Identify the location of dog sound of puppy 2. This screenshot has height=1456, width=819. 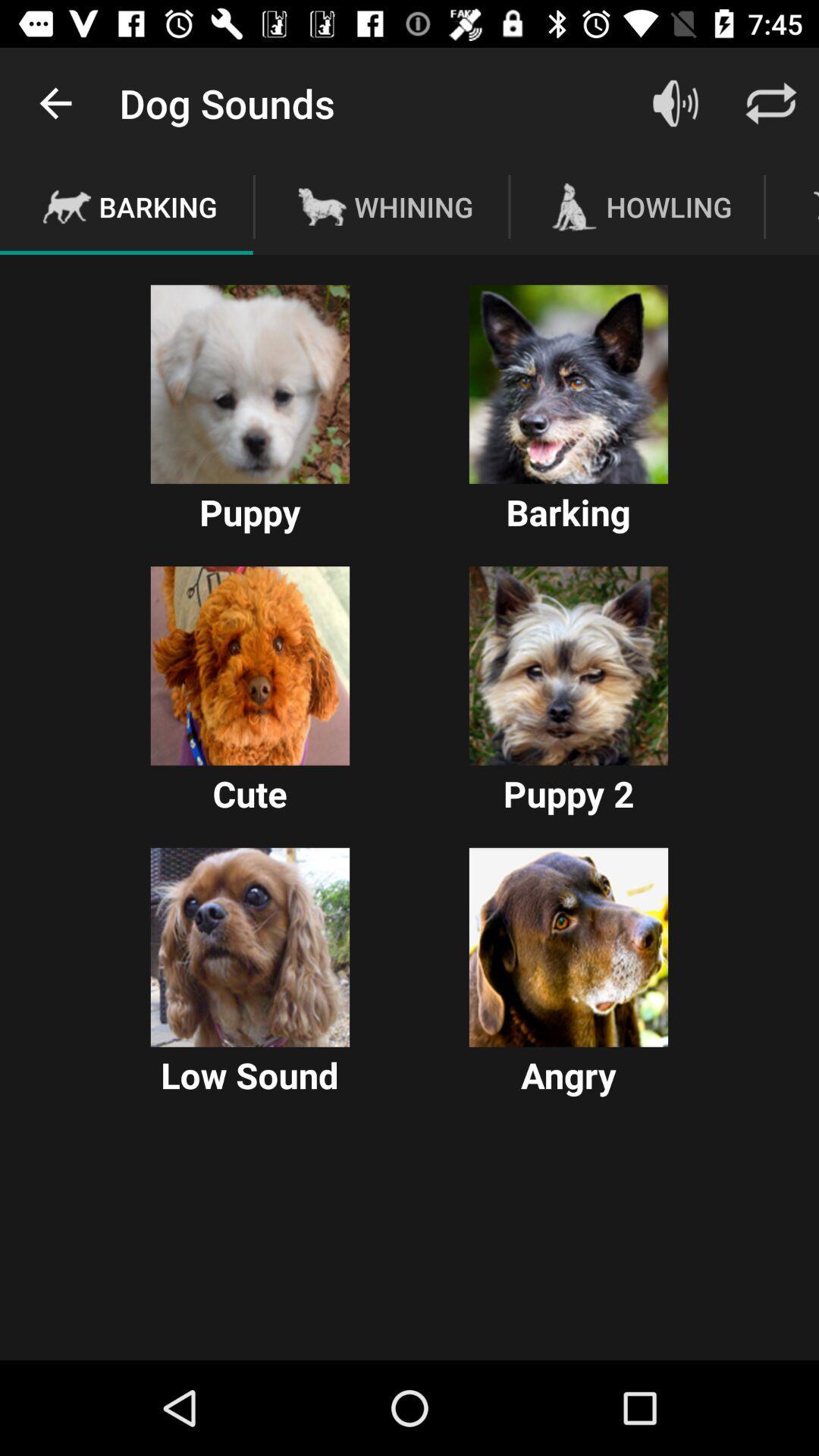
(568, 666).